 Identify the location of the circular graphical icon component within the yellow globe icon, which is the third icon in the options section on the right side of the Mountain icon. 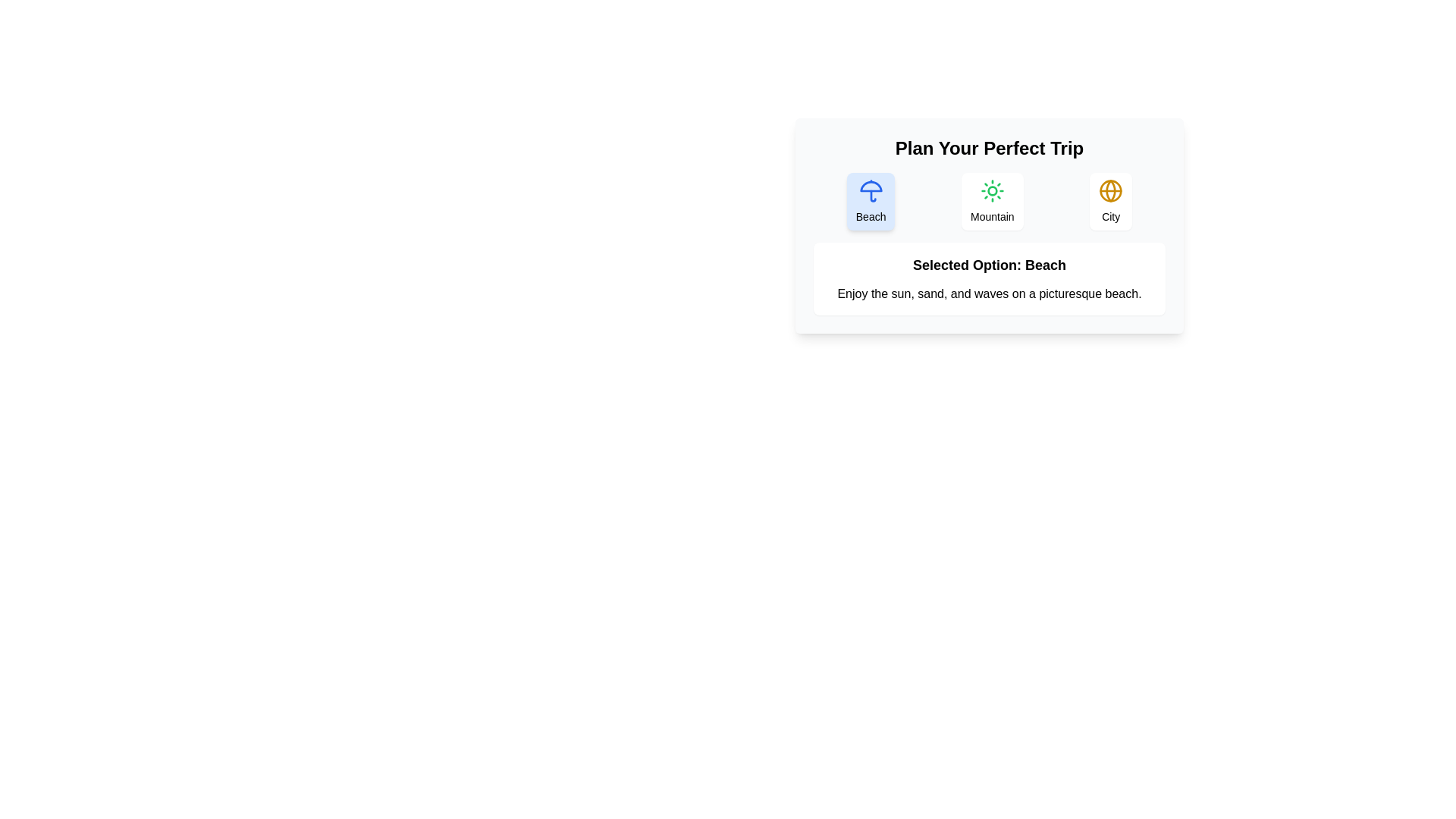
(1111, 190).